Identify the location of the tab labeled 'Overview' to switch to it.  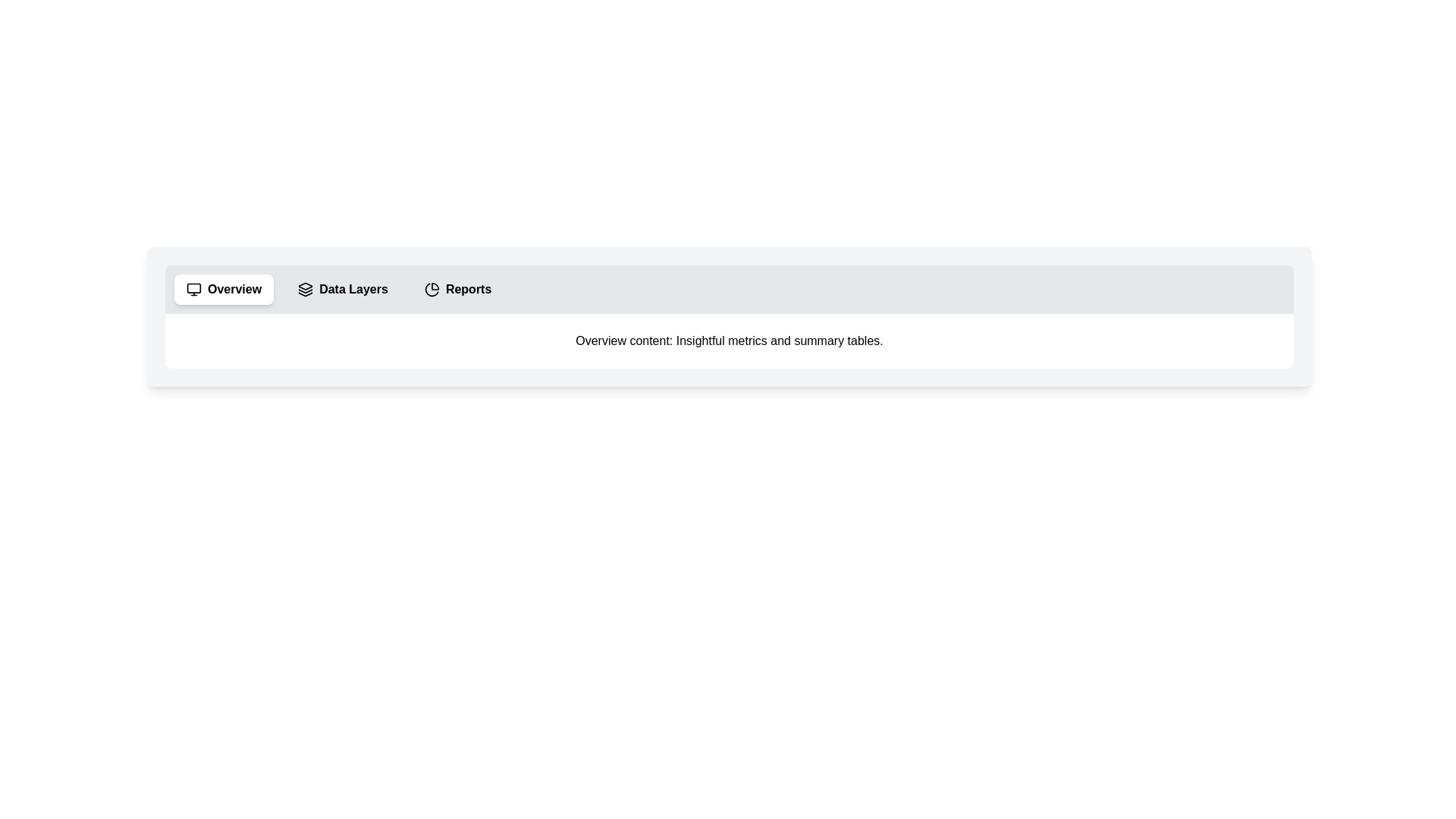
(222, 289).